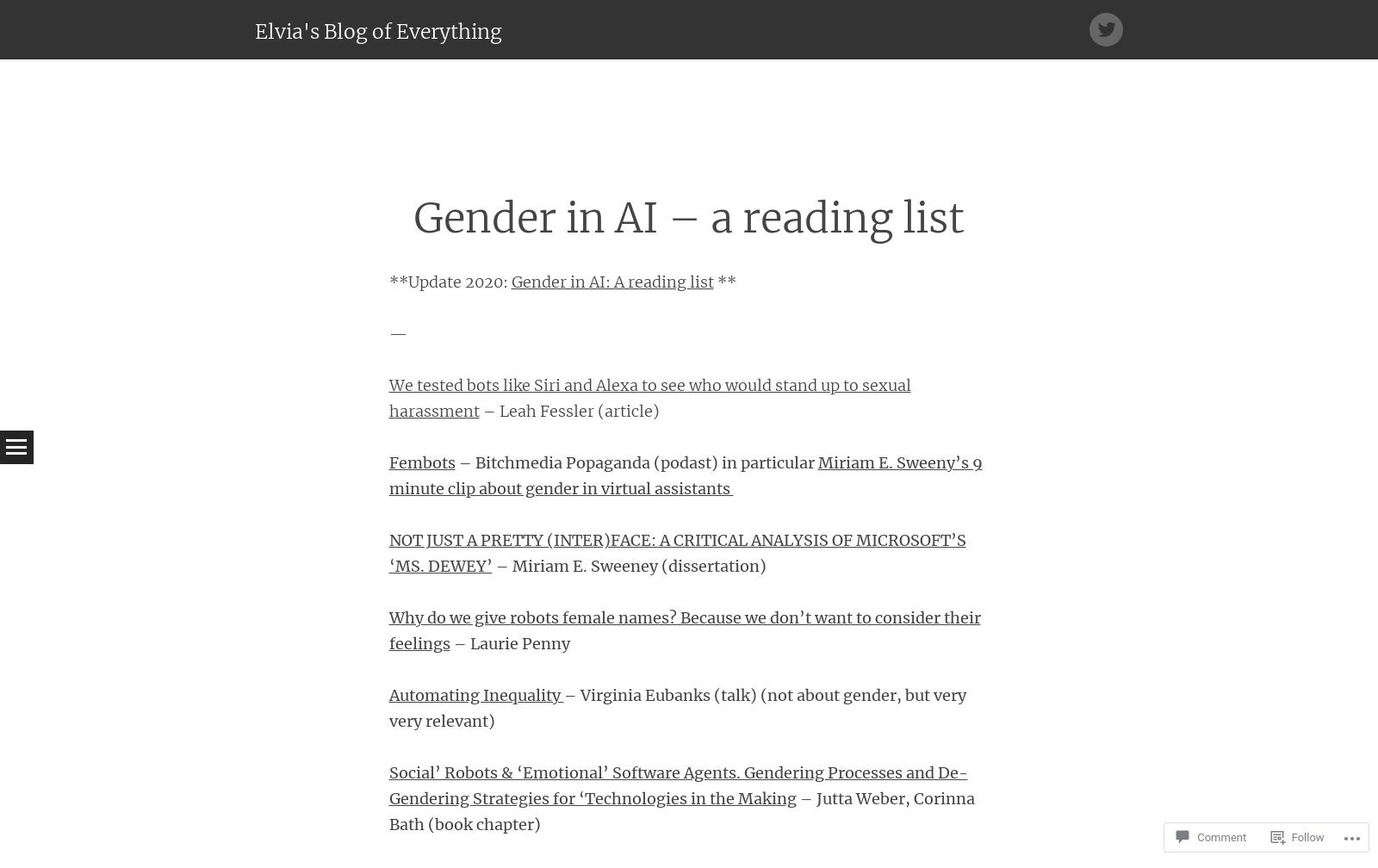 The image size is (1378, 868). I want to click on 'Gender in AI: A reading list', so click(509, 282).